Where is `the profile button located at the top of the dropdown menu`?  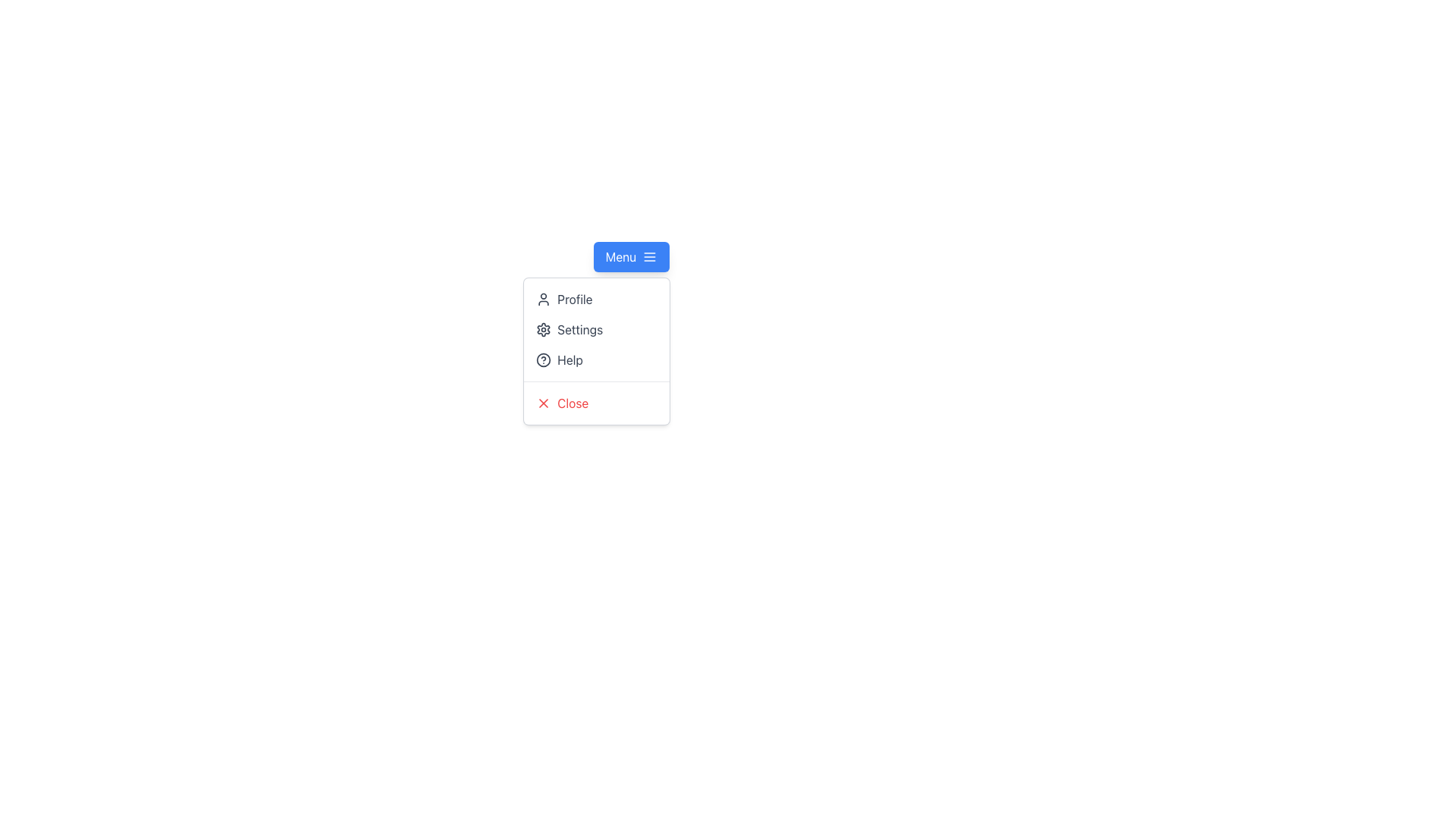 the profile button located at the top of the dropdown menu is located at coordinates (596, 299).